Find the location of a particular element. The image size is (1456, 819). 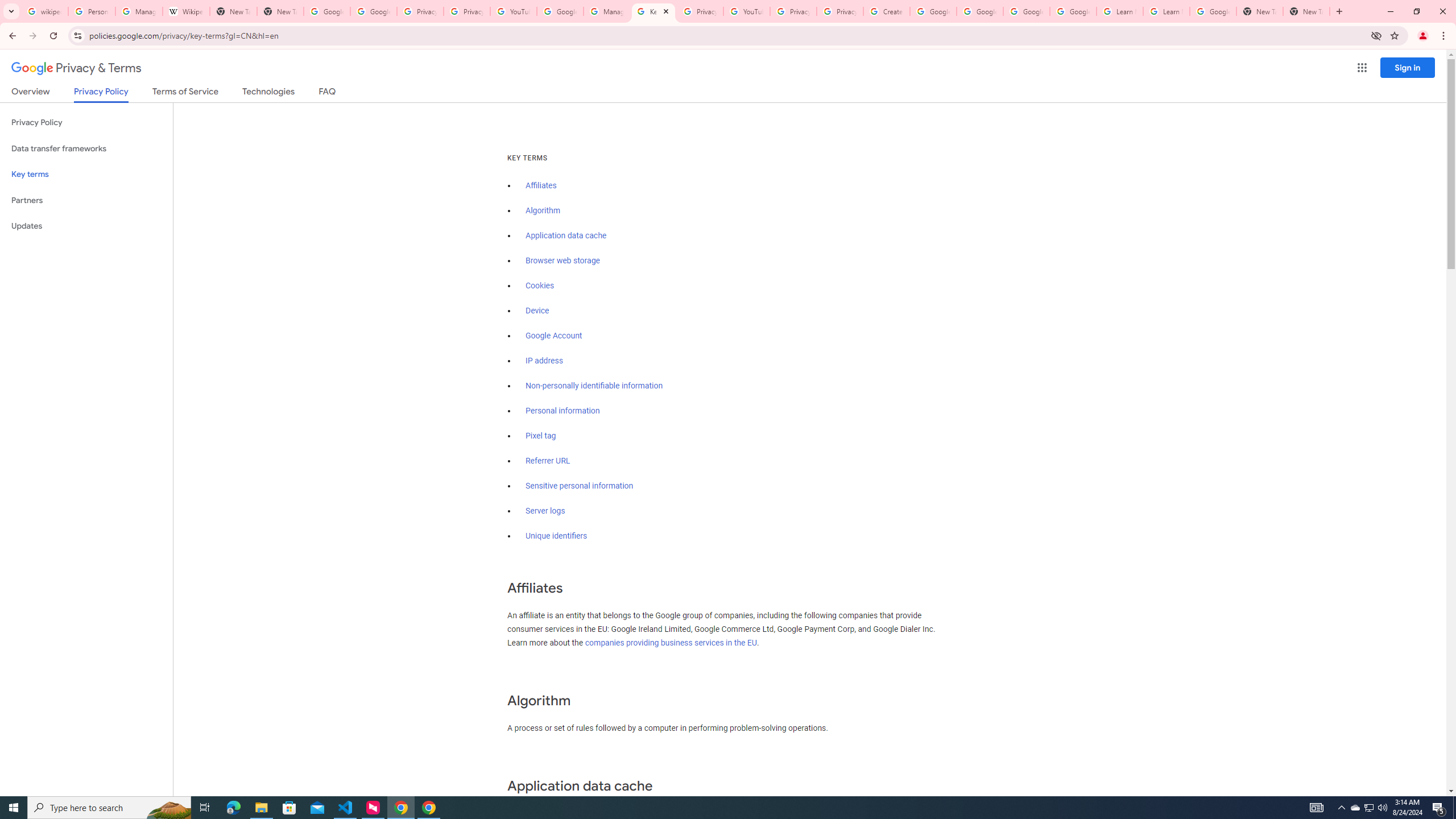

'New Tab' is located at coordinates (1259, 11).